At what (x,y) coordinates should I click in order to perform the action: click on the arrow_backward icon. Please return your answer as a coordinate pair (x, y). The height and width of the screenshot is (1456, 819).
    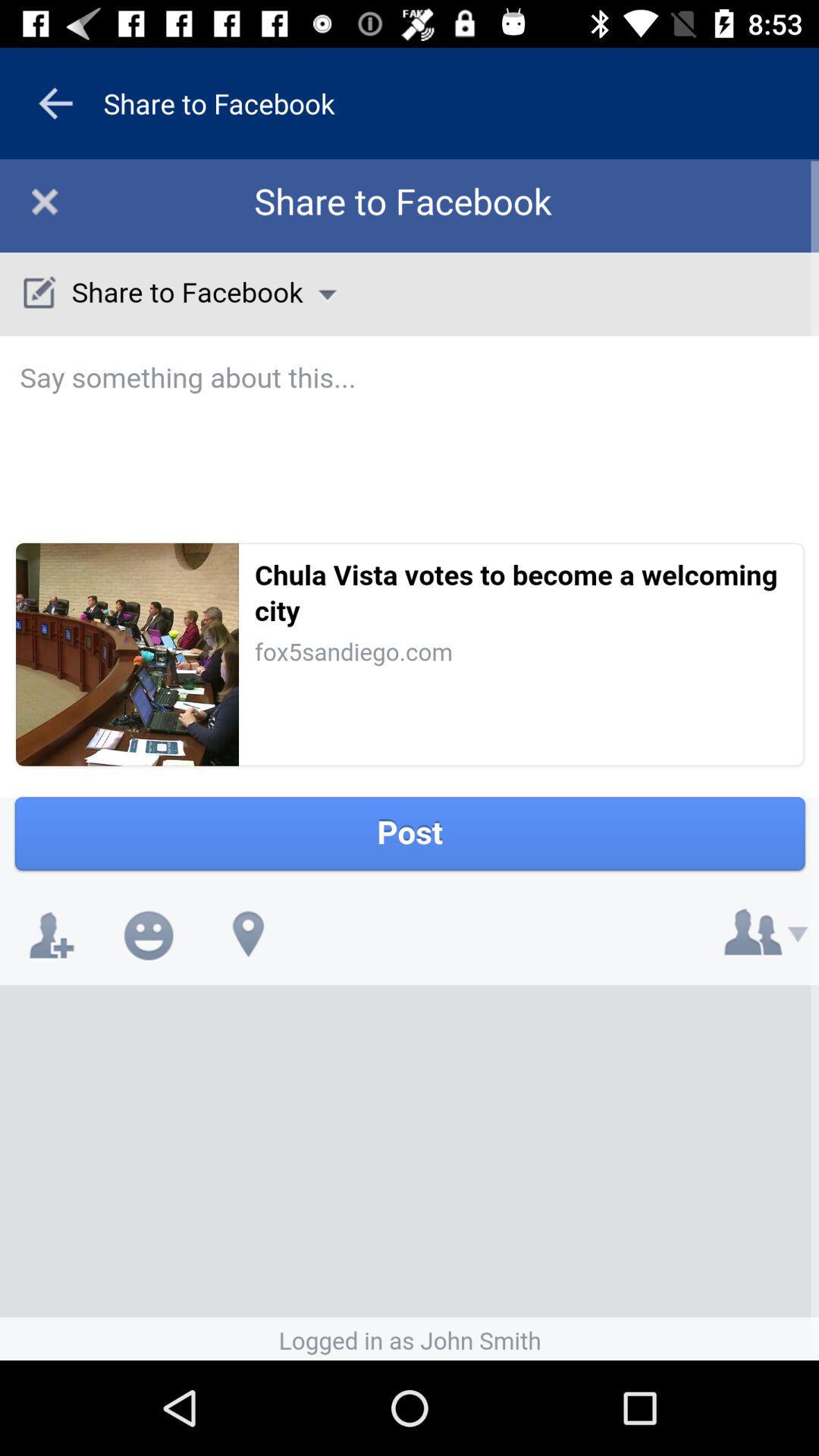
    Looking at the image, I should click on (55, 102).